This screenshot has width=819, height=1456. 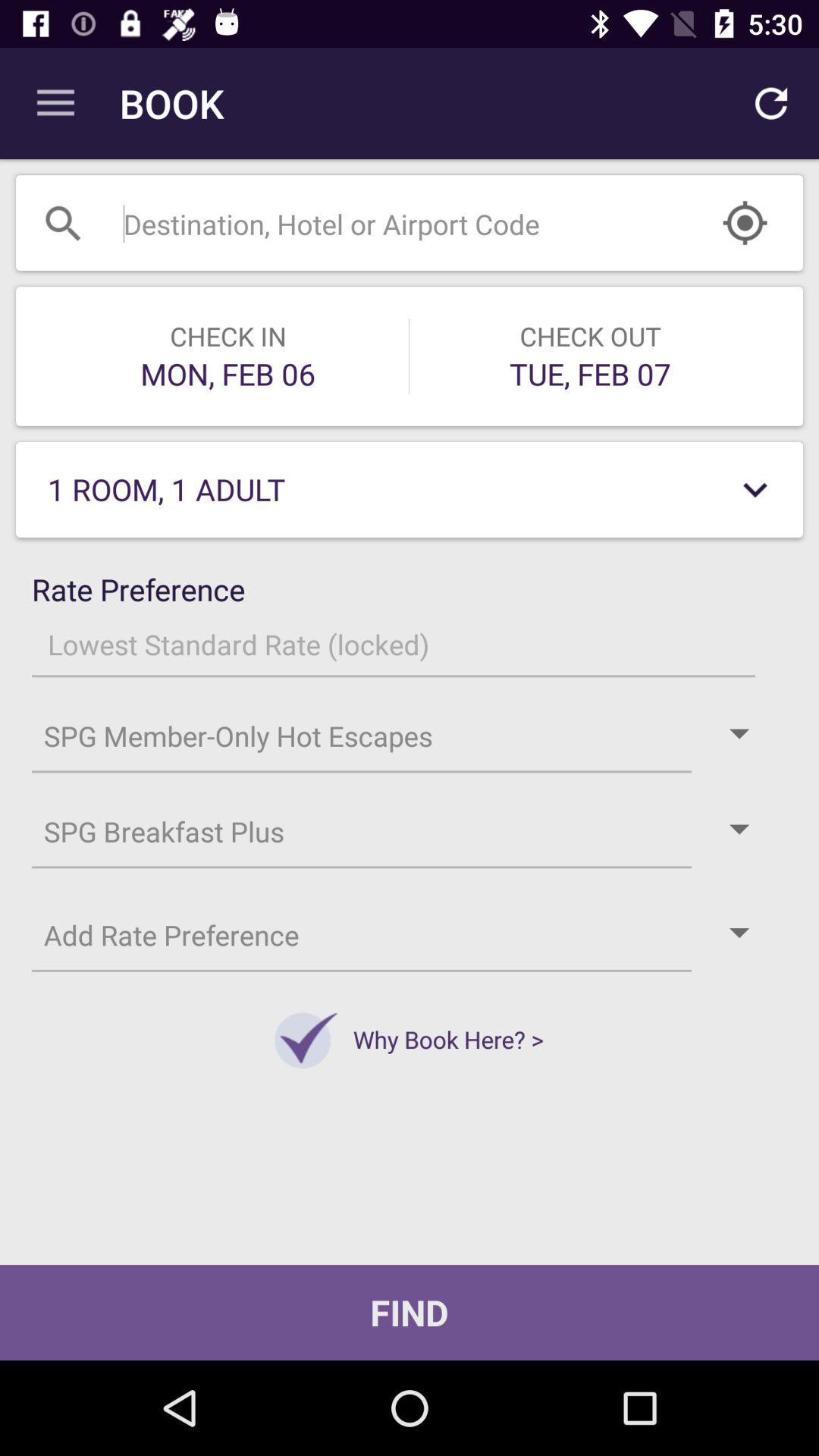 What do you see at coordinates (409, 221) in the screenshot?
I see `the search bar` at bounding box center [409, 221].